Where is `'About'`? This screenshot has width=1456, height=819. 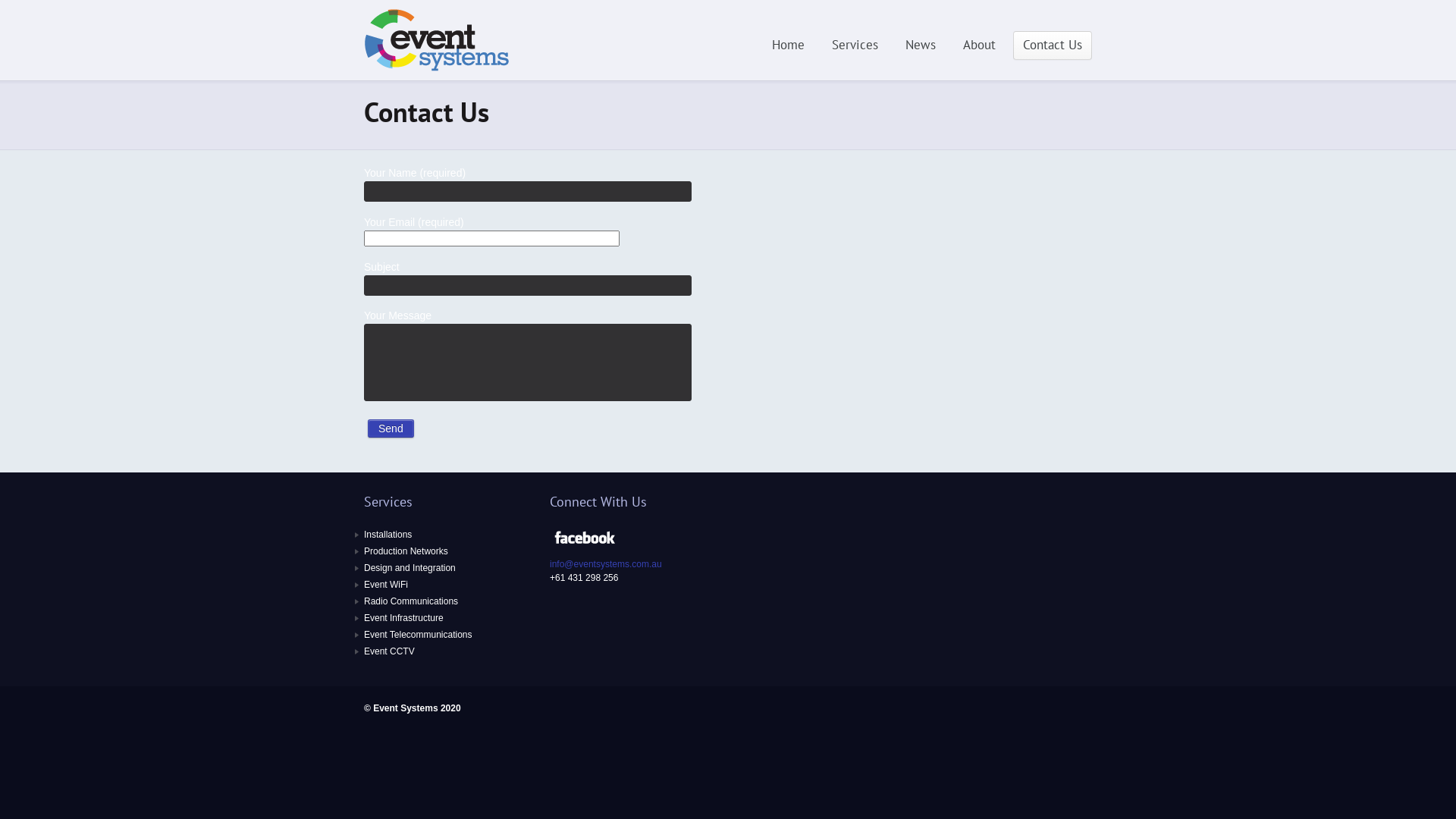
'About' is located at coordinates (979, 45).